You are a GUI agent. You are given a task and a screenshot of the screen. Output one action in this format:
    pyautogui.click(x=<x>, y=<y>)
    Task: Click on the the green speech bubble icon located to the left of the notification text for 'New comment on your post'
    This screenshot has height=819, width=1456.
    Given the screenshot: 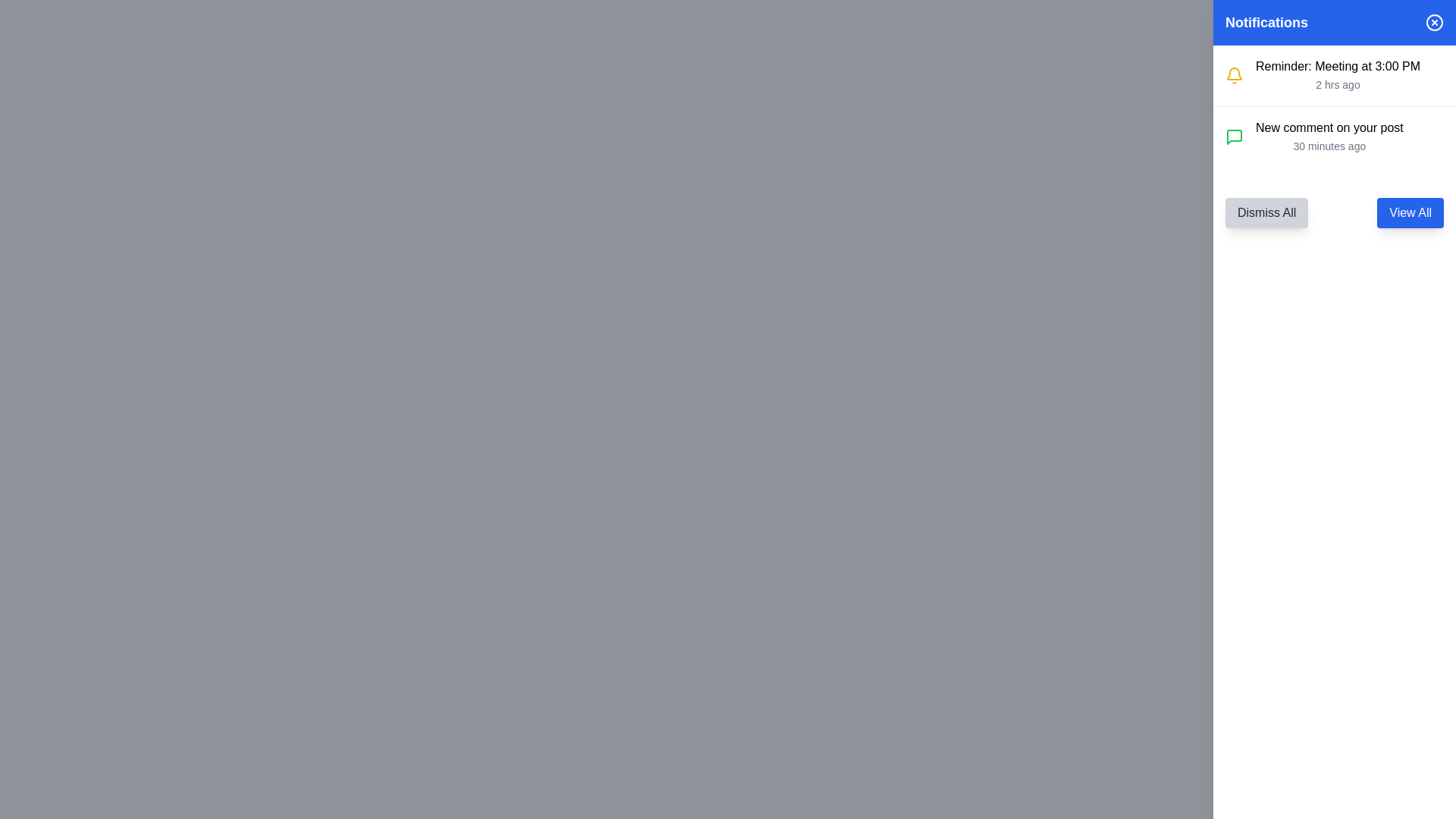 What is the action you would take?
    pyautogui.click(x=1234, y=137)
    